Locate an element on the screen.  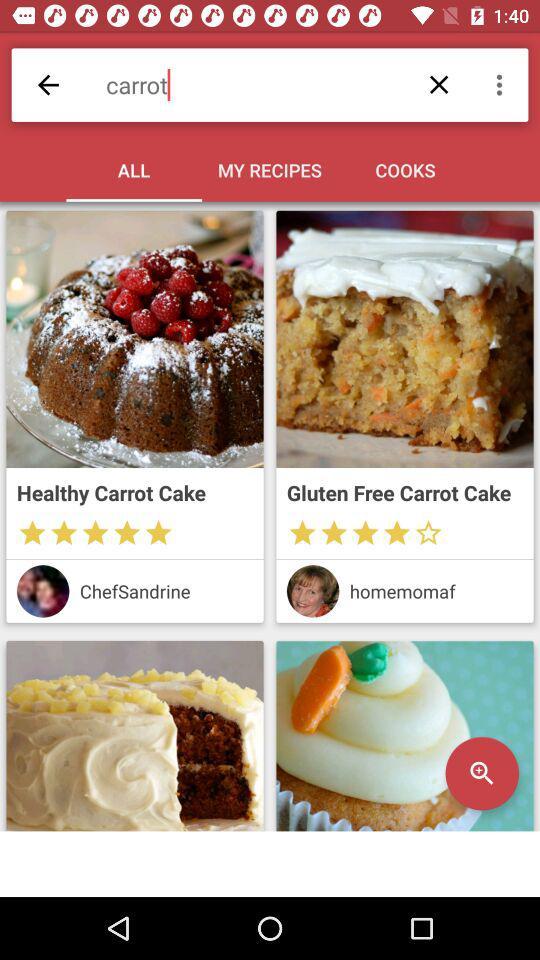
the result comes with image is located at coordinates (405, 339).